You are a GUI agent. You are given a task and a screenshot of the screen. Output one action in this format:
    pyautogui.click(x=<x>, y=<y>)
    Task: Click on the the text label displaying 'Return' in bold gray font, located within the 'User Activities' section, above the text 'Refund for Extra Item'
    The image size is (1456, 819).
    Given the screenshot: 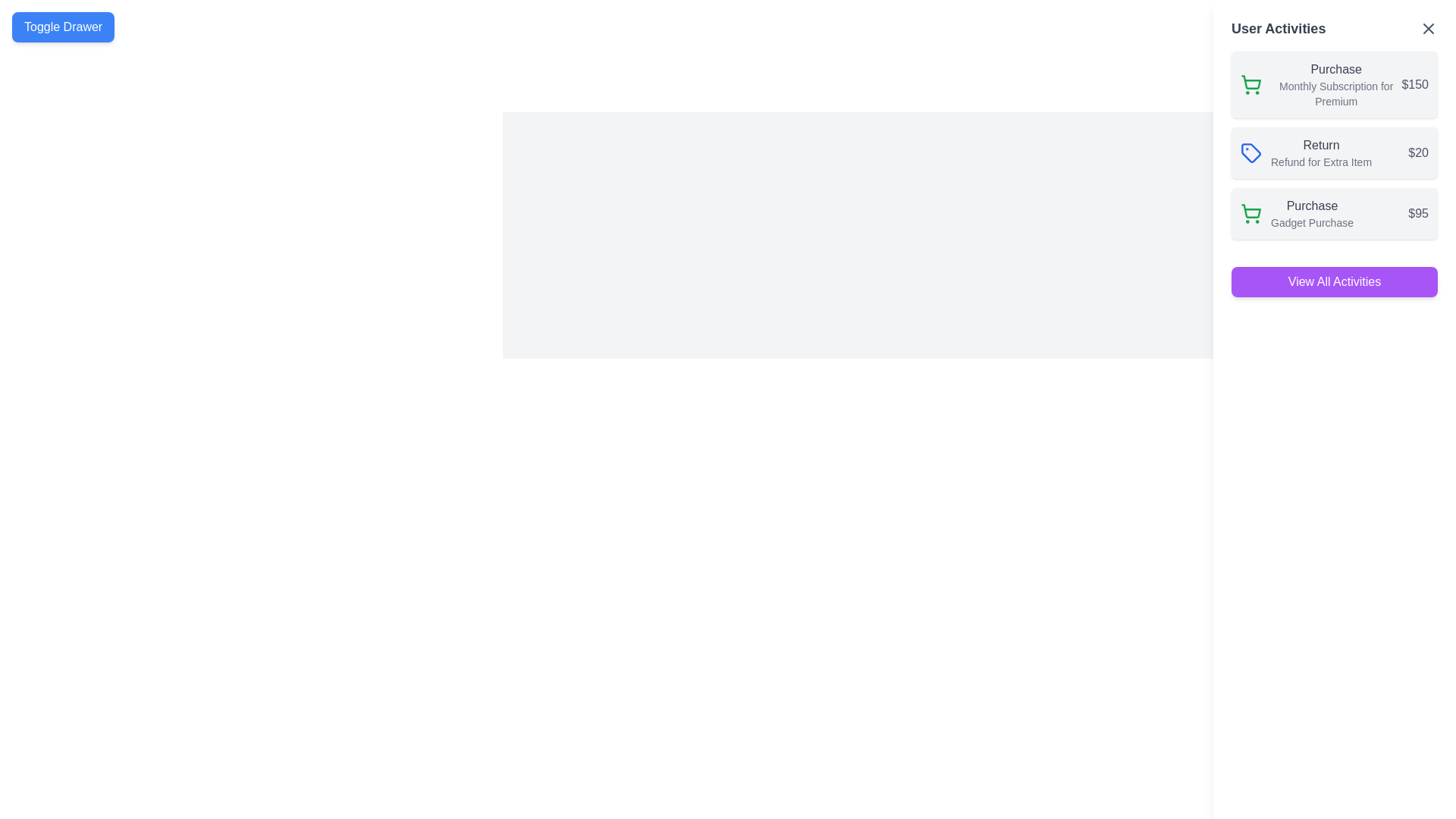 What is the action you would take?
    pyautogui.click(x=1320, y=146)
    